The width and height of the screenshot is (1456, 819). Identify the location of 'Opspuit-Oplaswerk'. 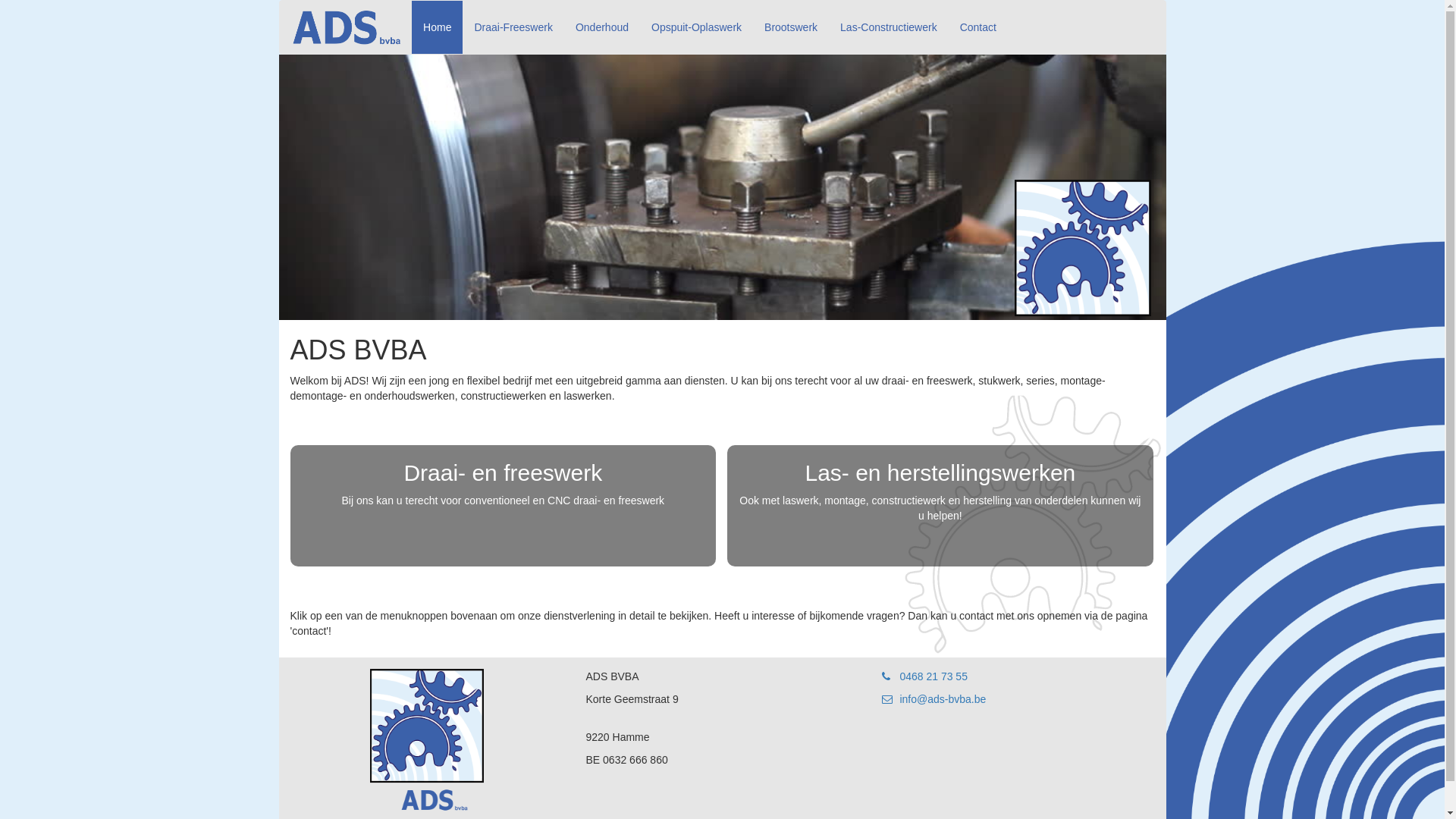
(695, 27).